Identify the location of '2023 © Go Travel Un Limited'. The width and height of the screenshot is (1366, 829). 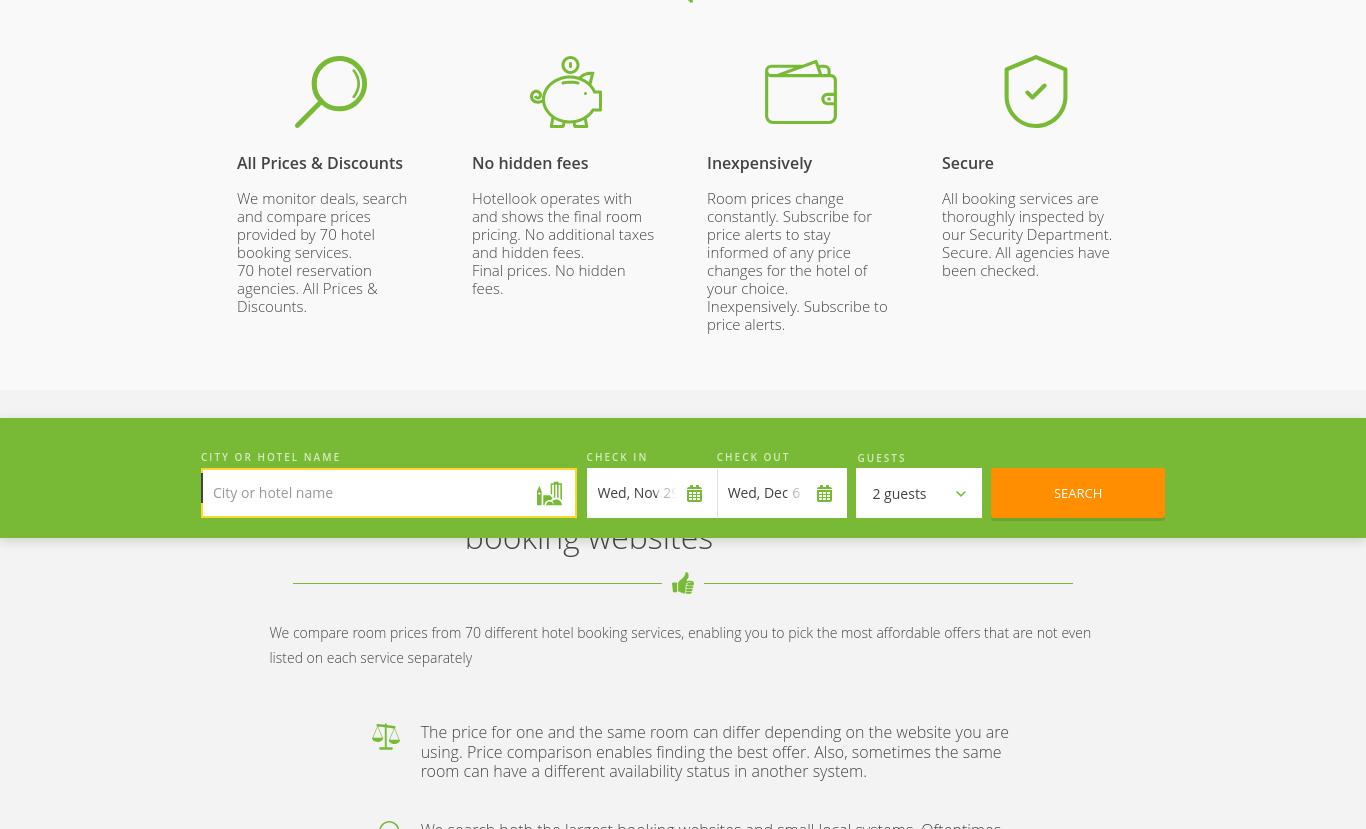
(269, 264).